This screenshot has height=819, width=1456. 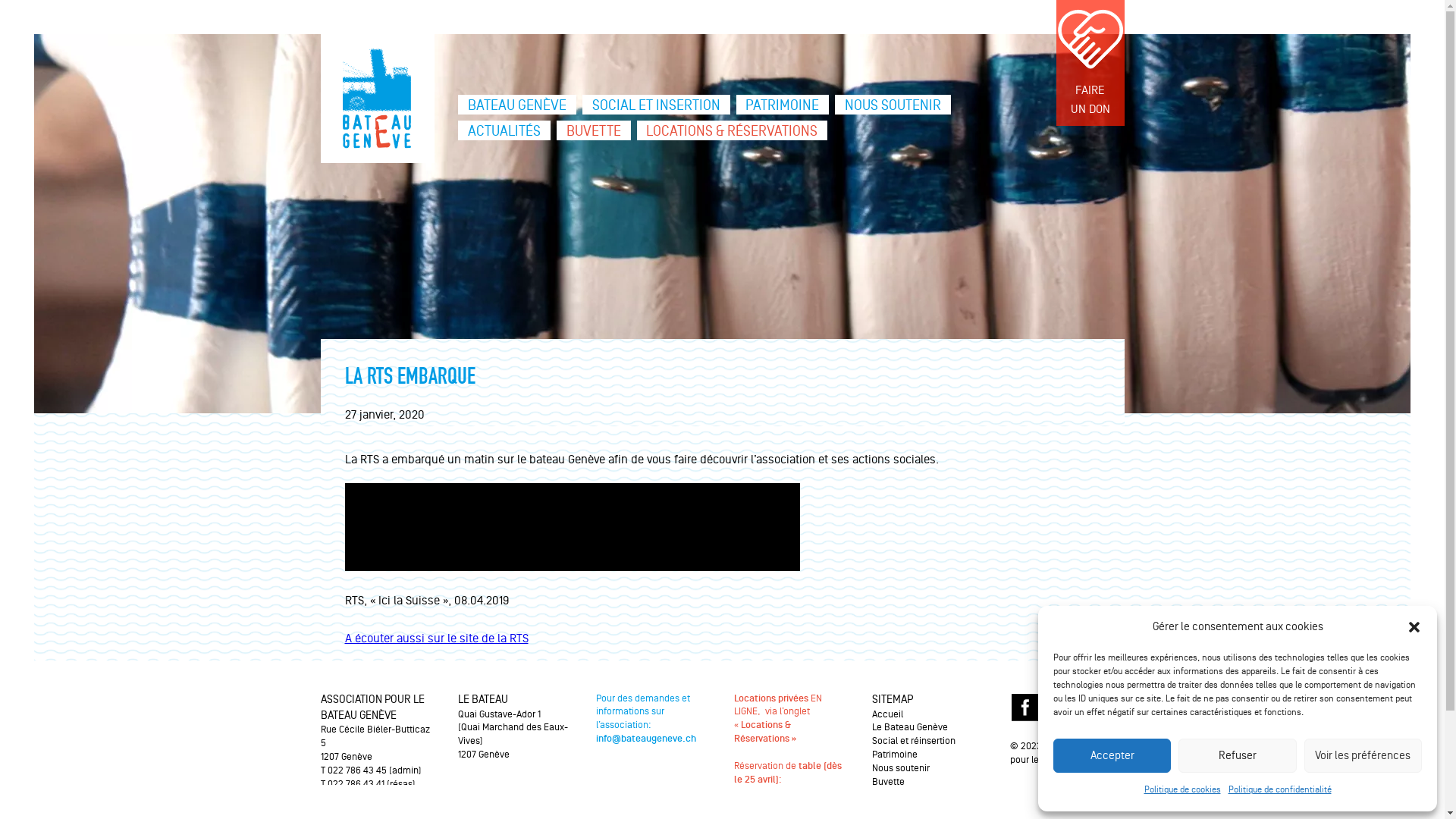 What do you see at coordinates (887, 714) in the screenshot?
I see `'Accueil'` at bounding box center [887, 714].